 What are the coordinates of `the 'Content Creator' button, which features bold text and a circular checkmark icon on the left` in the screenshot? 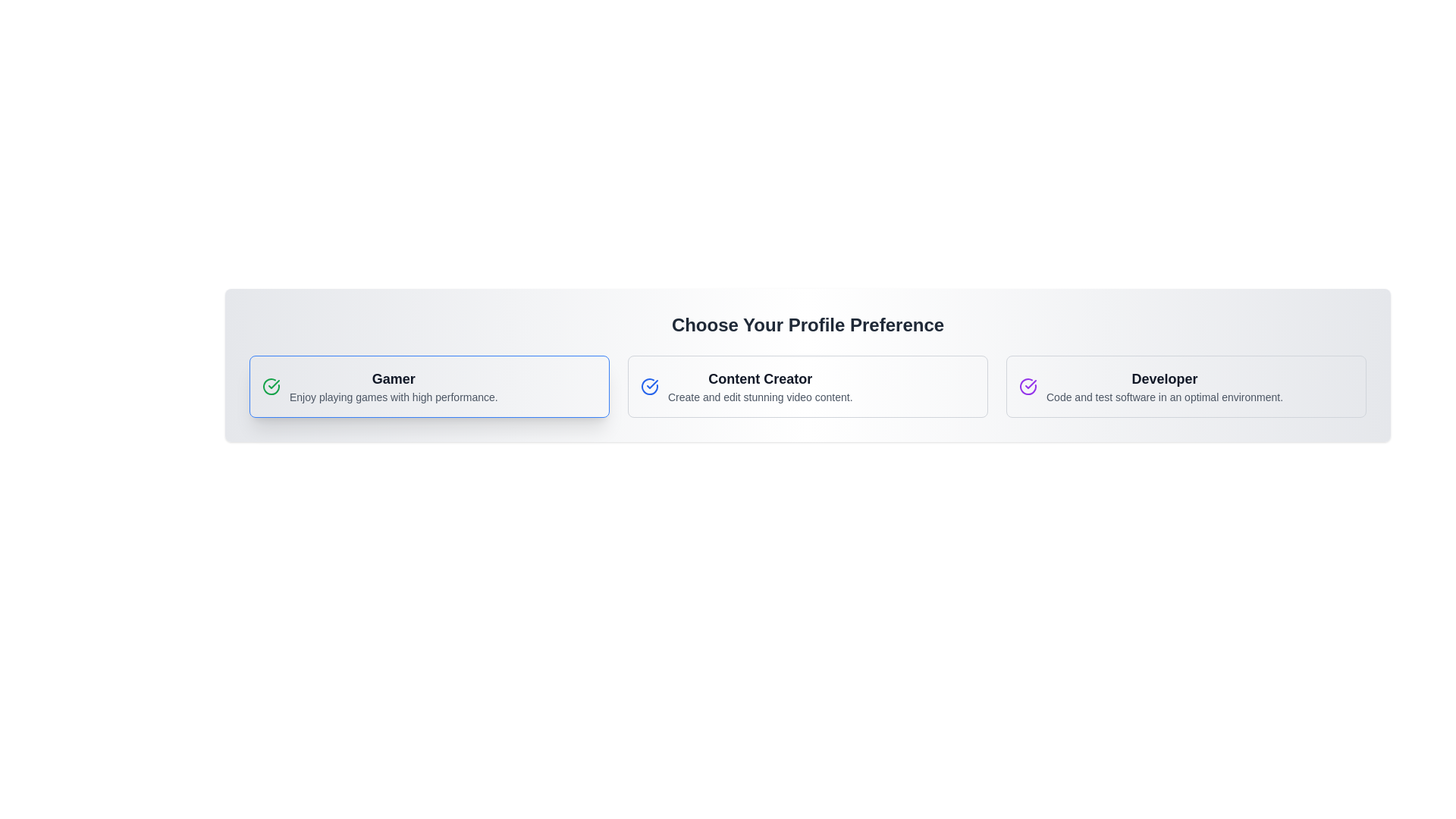 It's located at (807, 385).